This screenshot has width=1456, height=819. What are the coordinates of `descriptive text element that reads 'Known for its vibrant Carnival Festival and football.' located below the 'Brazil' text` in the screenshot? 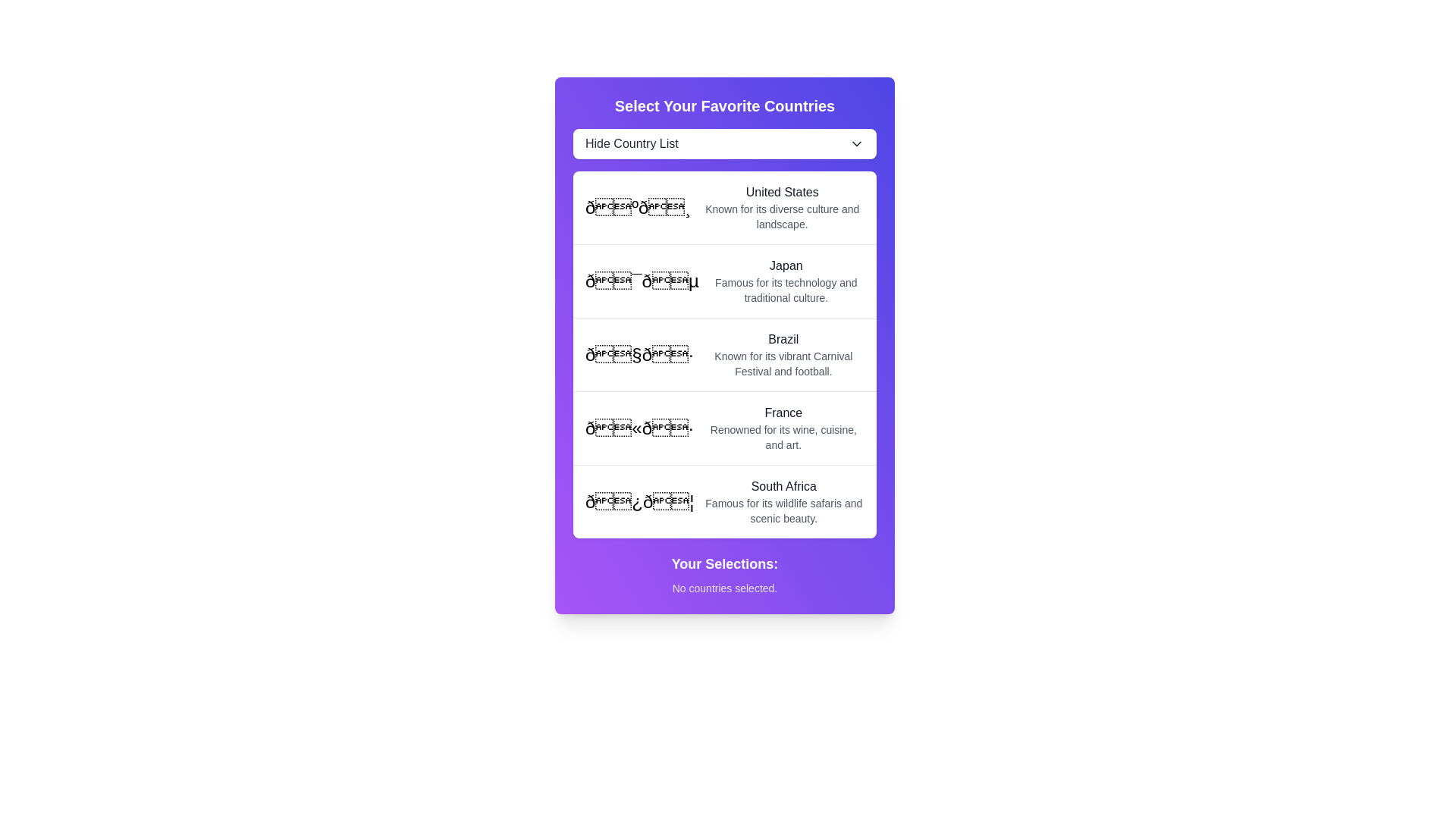 It's located at (783, 363).